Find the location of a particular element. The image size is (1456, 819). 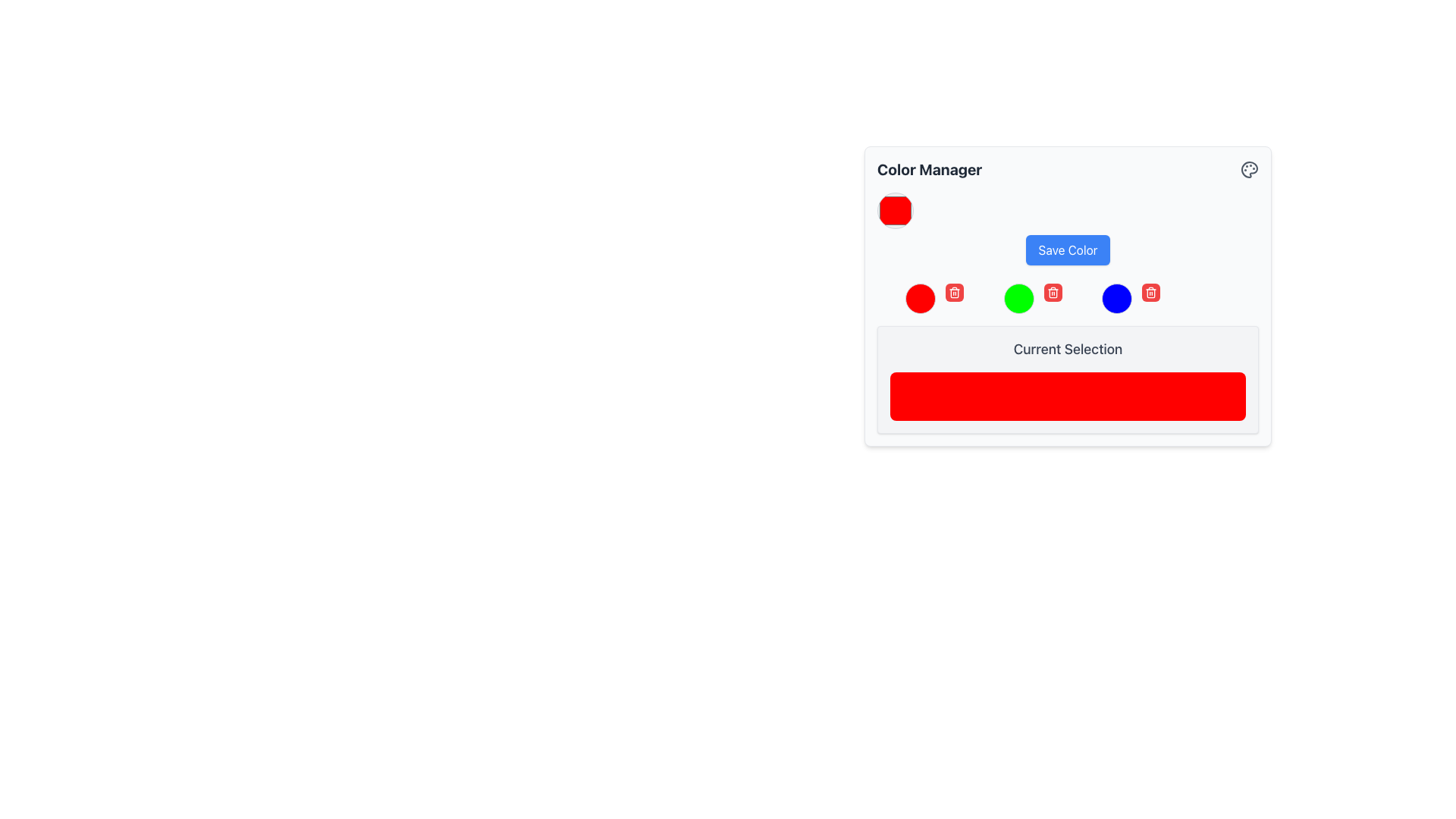

the trash bin icon styled with a red fill, located inside a red circular button is located at coordinates (1052, 292).